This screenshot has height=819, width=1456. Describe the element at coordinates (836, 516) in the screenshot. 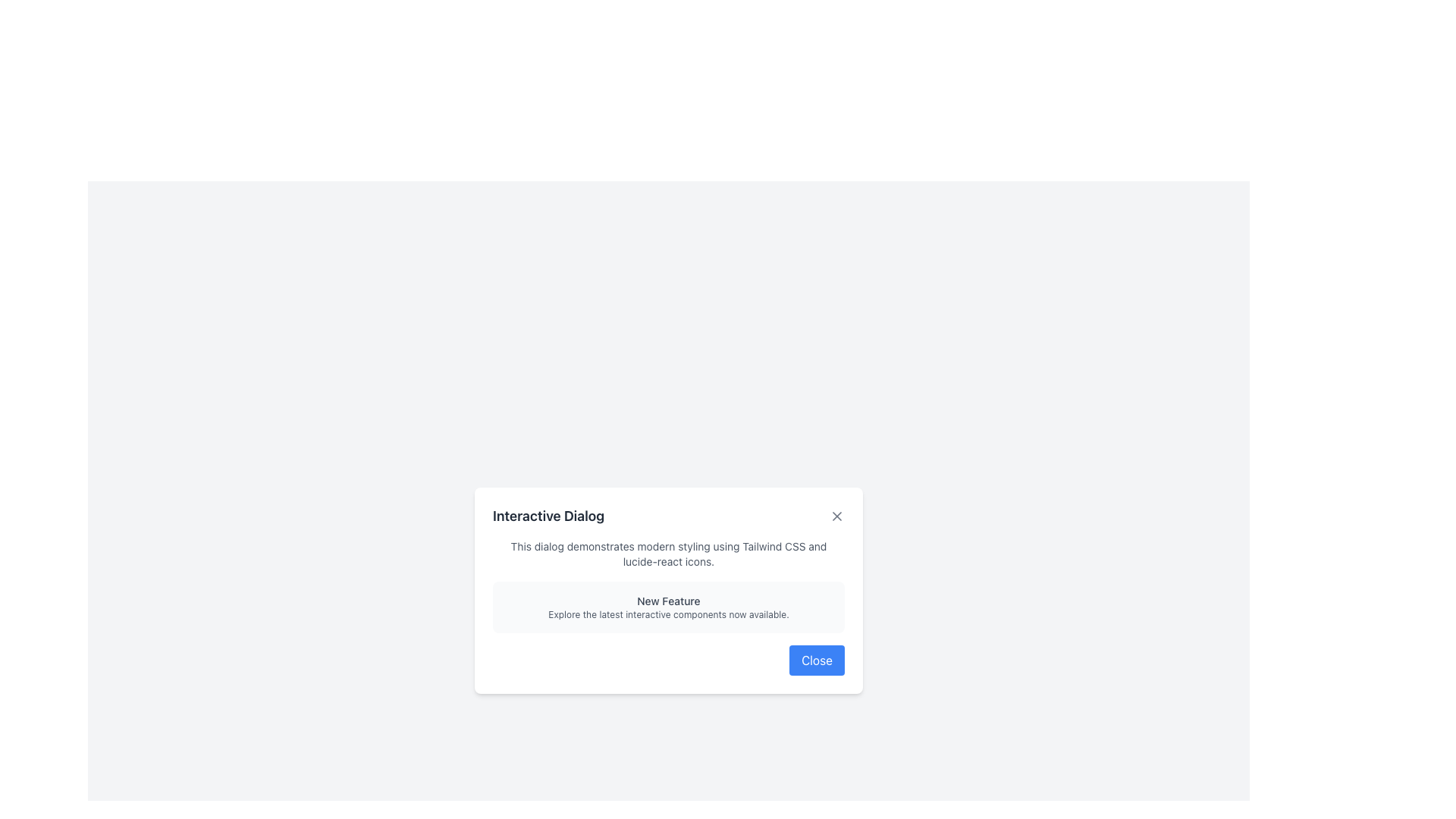

I see `the graphical vector element representing the 'X' part of the close button located at the top-right of the modal dialog box` at that location.